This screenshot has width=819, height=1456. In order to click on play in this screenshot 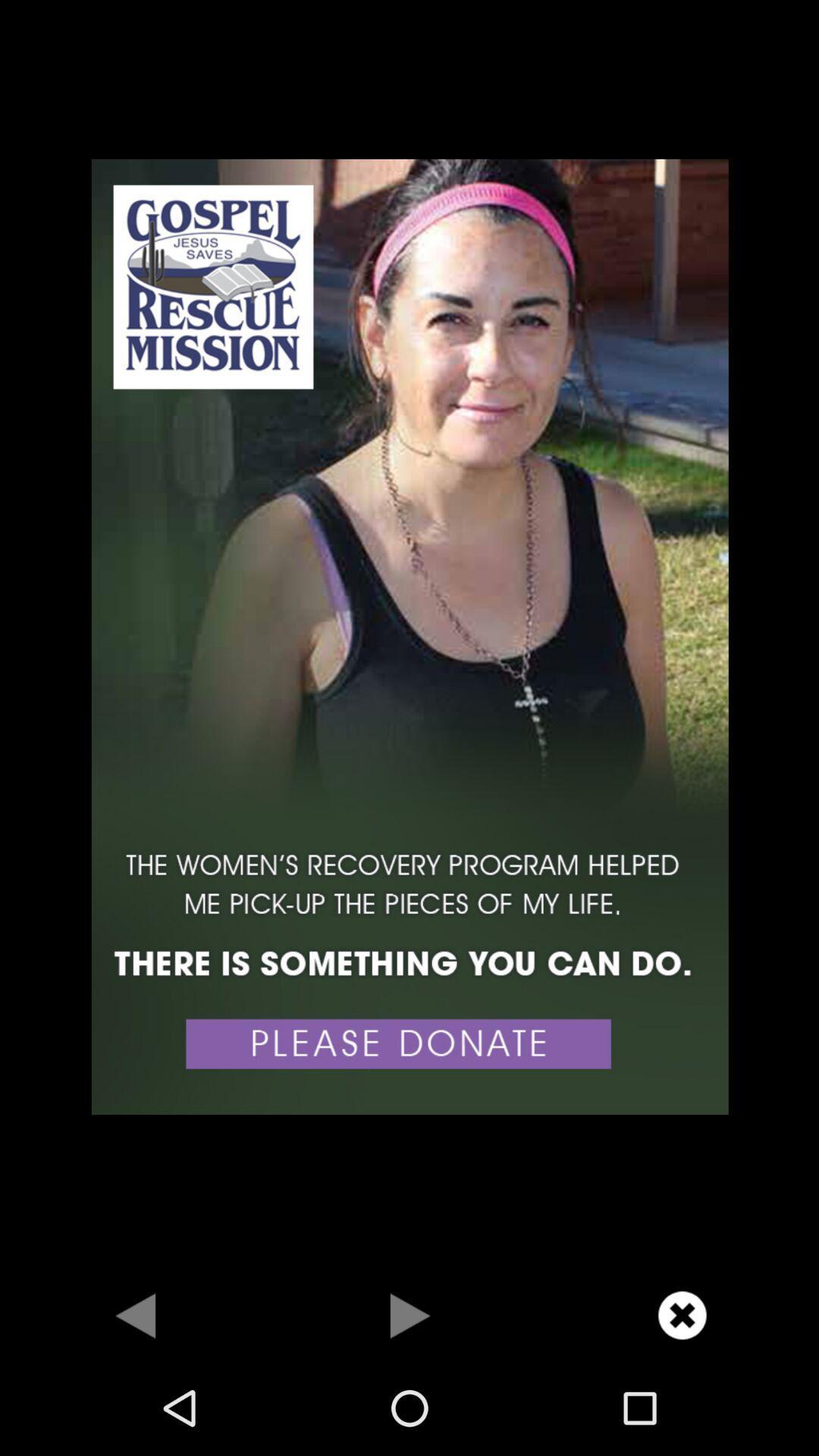, I will do `click(409, 1314)`.